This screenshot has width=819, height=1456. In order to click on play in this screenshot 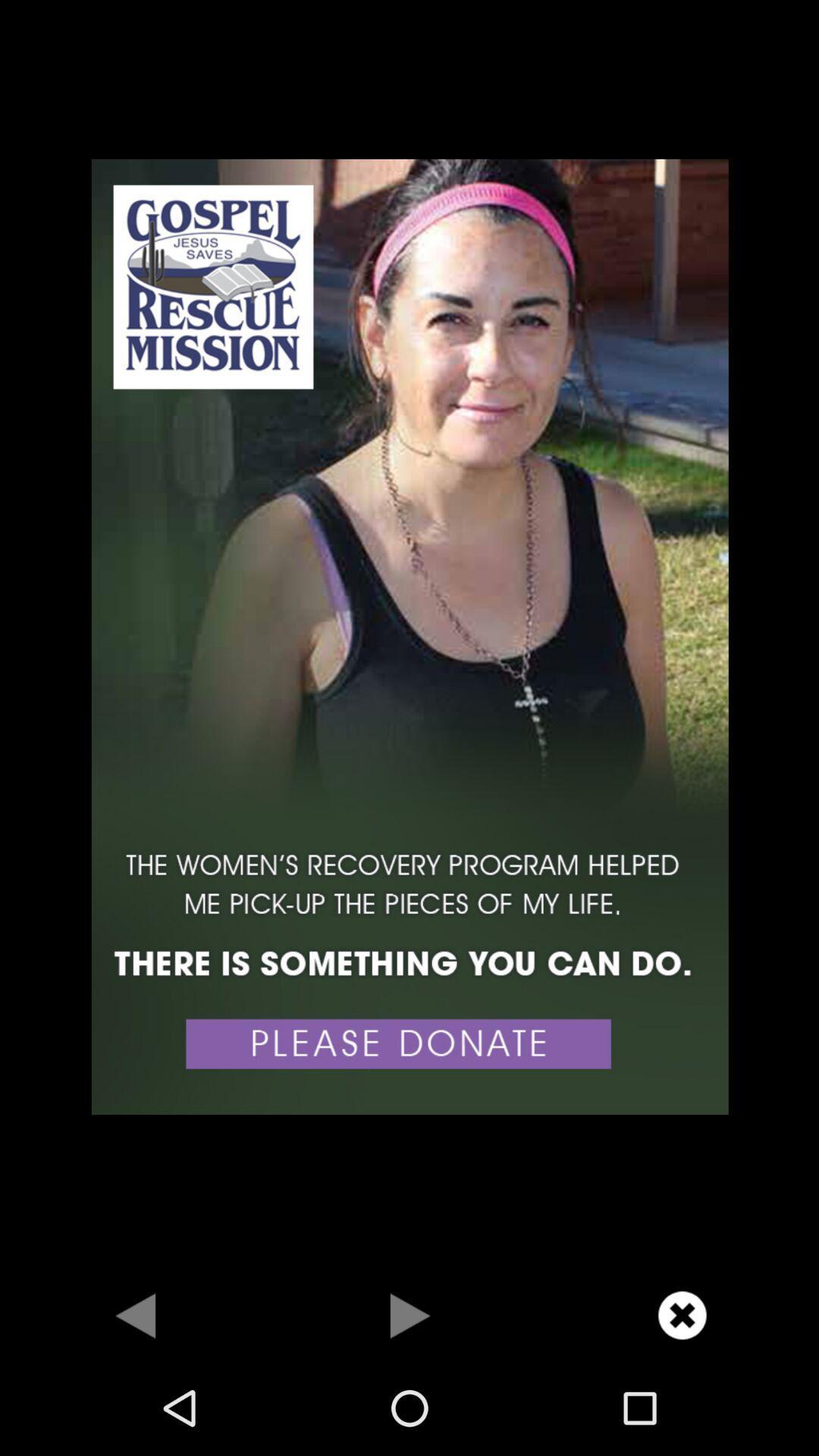, I will do `click(409, 1314)`.